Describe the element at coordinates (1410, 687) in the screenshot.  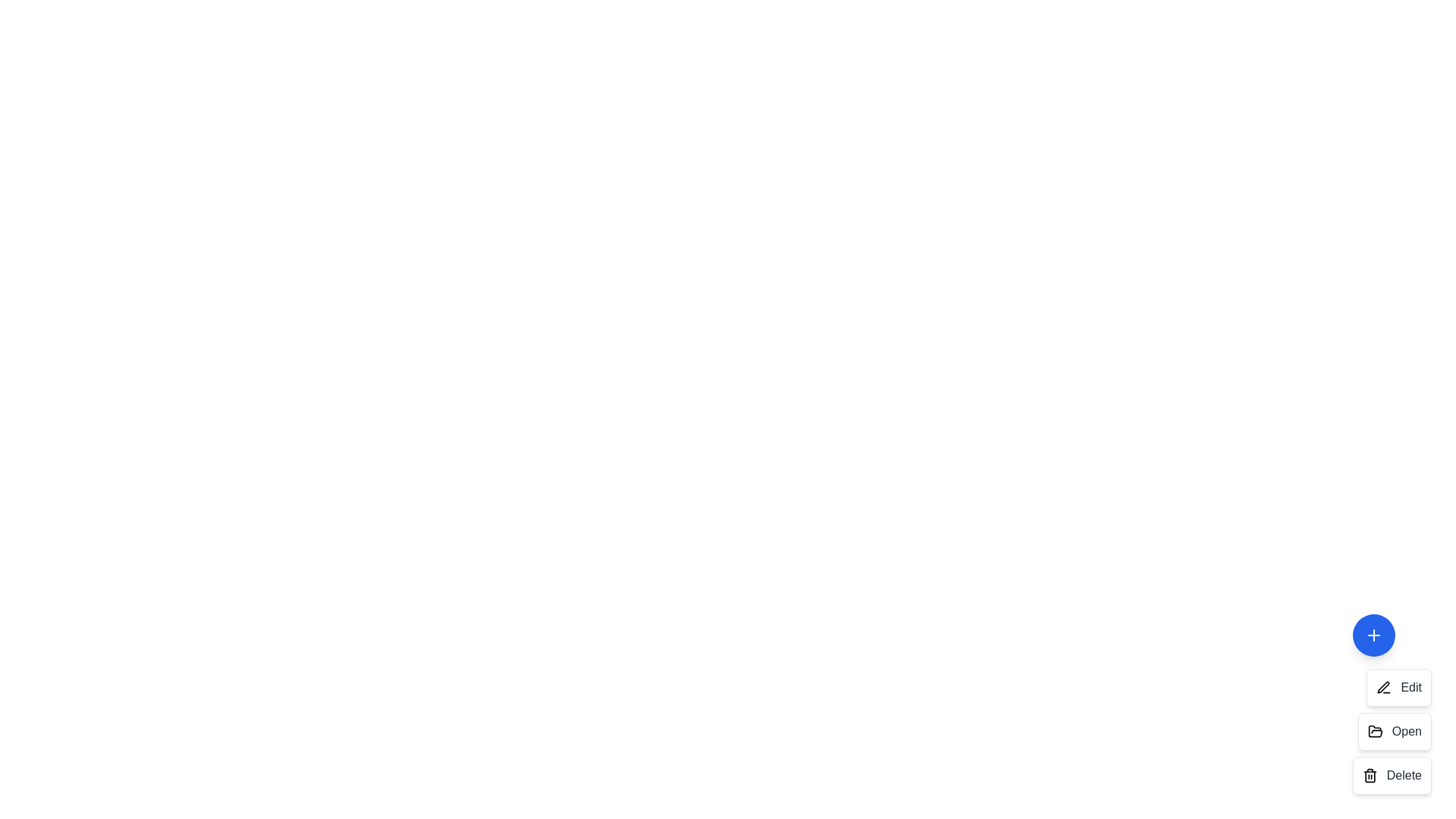
I see `the text label of the action item corresponding to Edit` at that location.